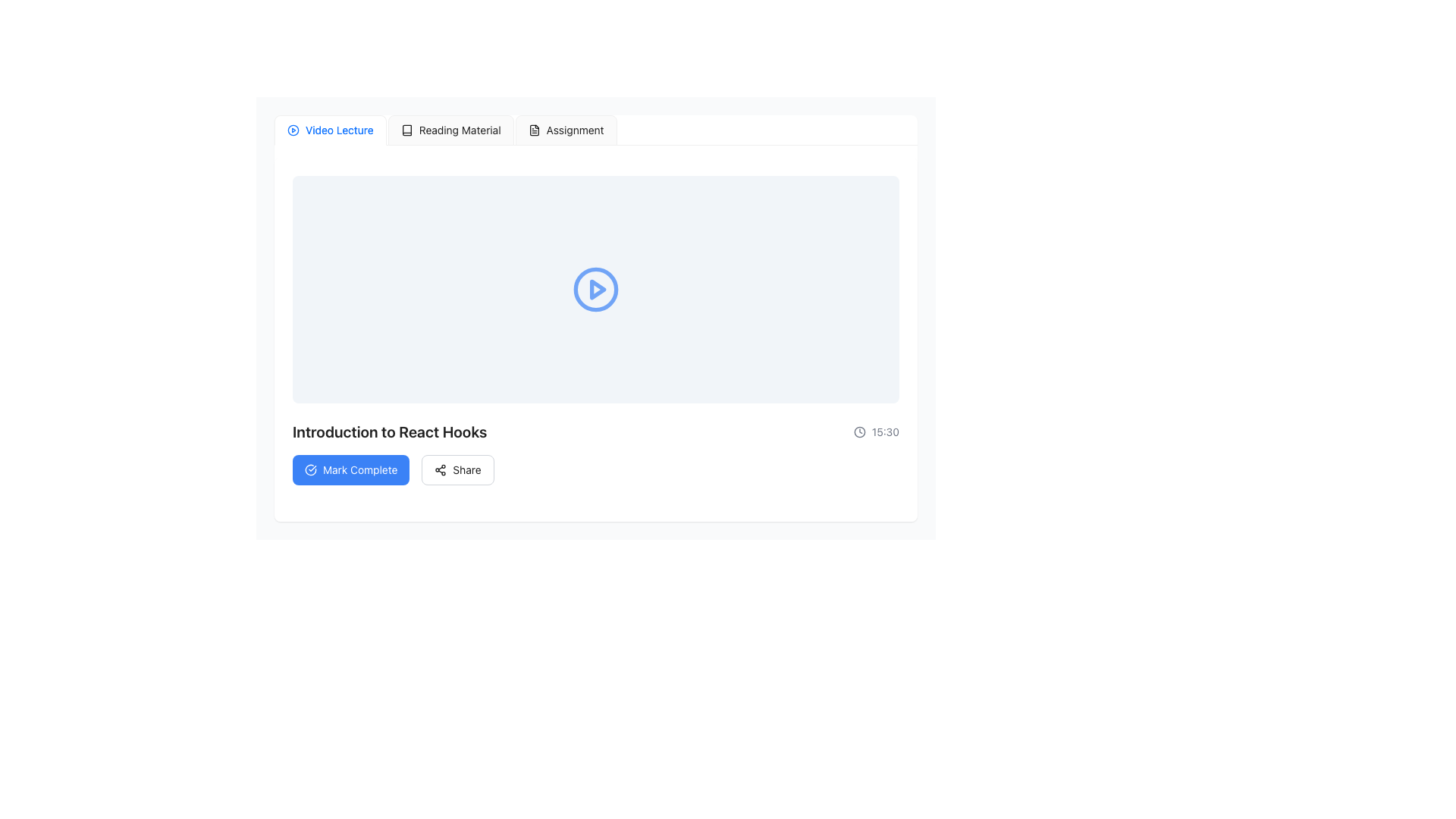  Describe the element at coordinates (595, 130) in the screenshot. I see `the 'Video Lecture' tab in the Tablist` at that location.